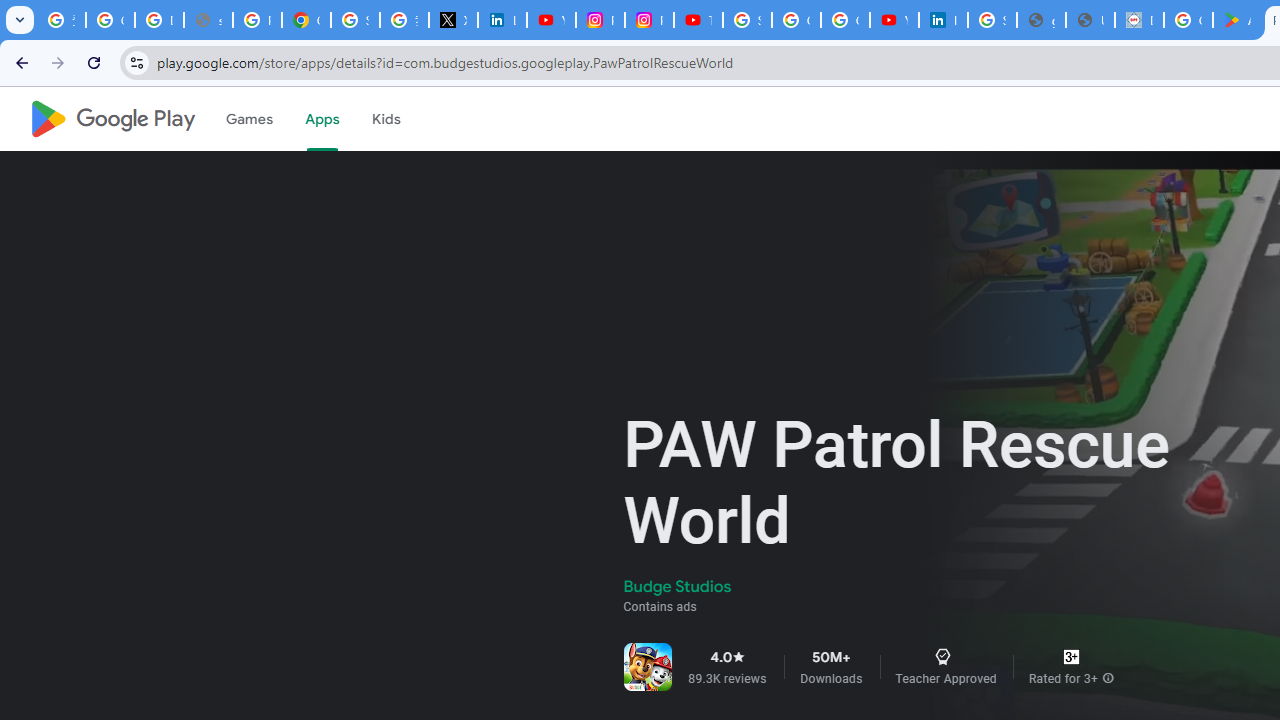 Image resolution: width=1280 pixels, height=720 pixels. I want to click on 'Sign in - Google Accounts', so click(355, 20).